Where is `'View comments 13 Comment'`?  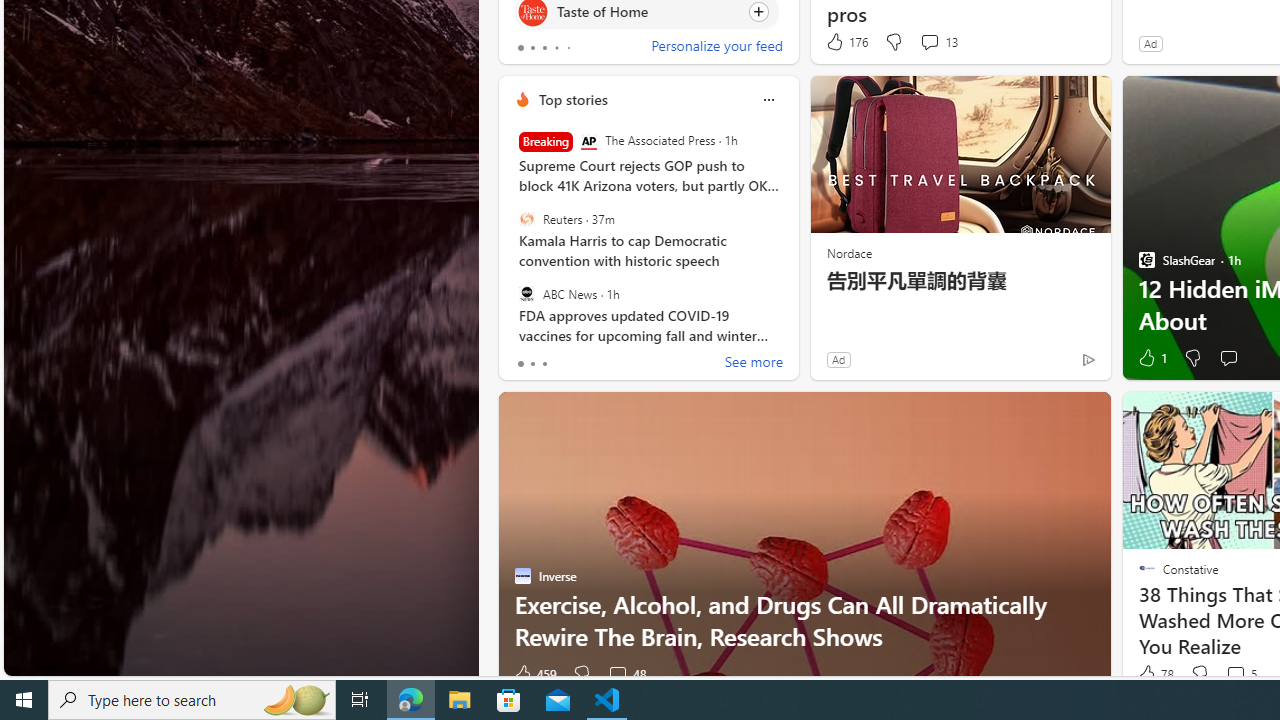
'View comments 13 Comment' is located at coordinates (937, 42).